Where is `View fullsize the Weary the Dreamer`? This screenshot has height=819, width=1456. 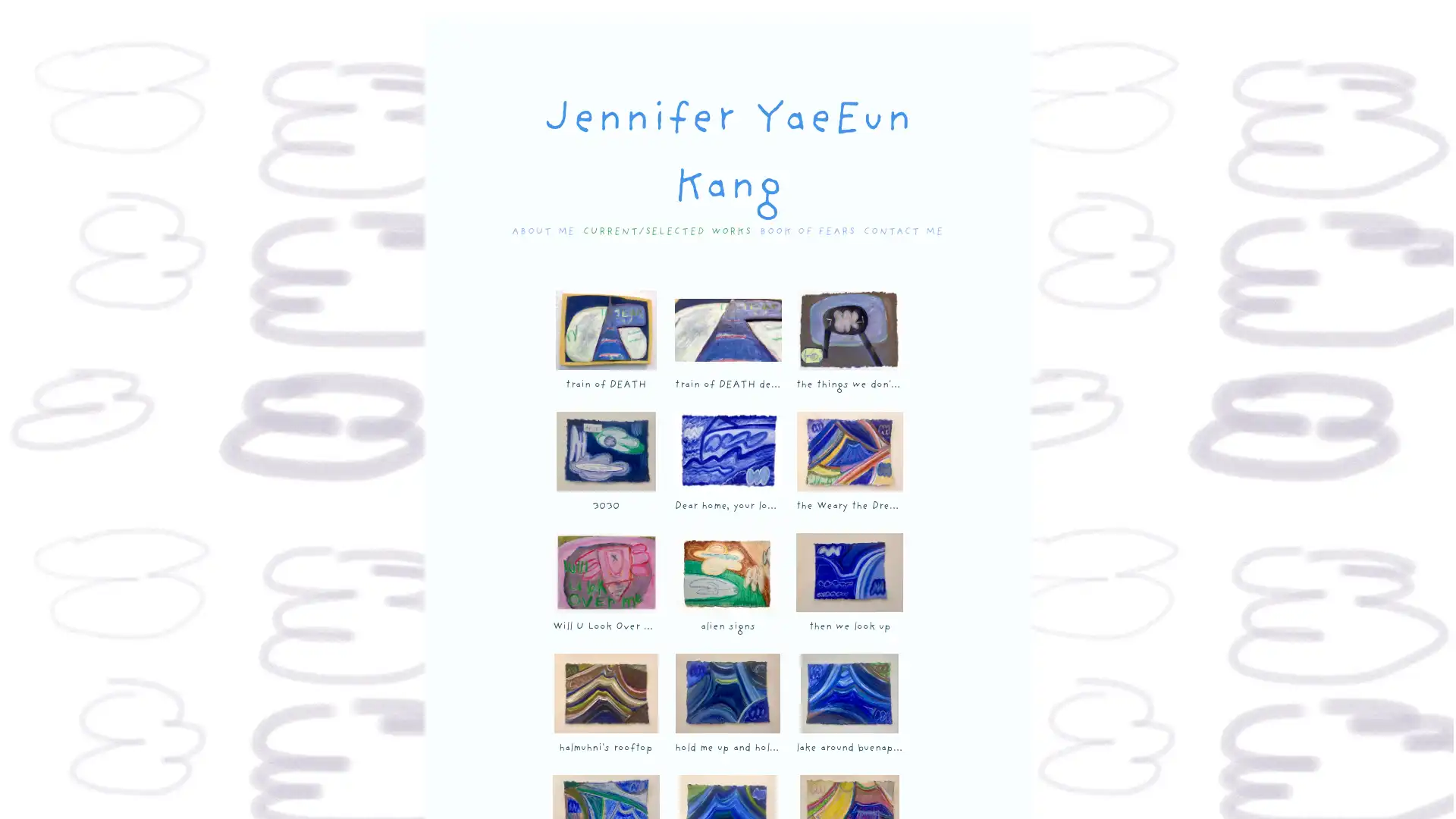 View fullsize the Weary the Dreamer is located at coordinates (848, 450).